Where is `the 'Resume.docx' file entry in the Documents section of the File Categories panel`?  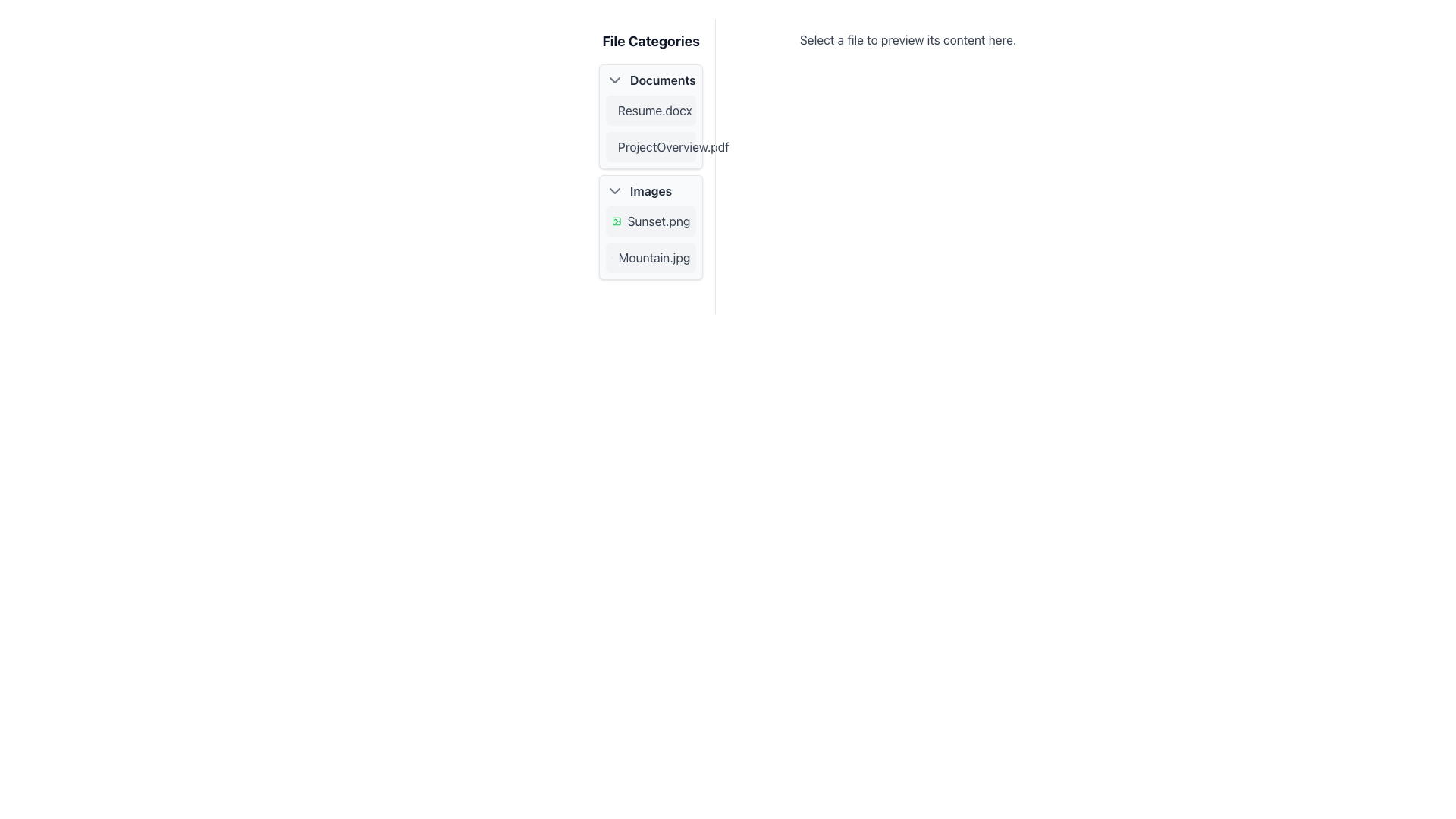 the 'Resume.docx' file entry in the Documents section of the File Categories panel is located at coordinates (651, 116).